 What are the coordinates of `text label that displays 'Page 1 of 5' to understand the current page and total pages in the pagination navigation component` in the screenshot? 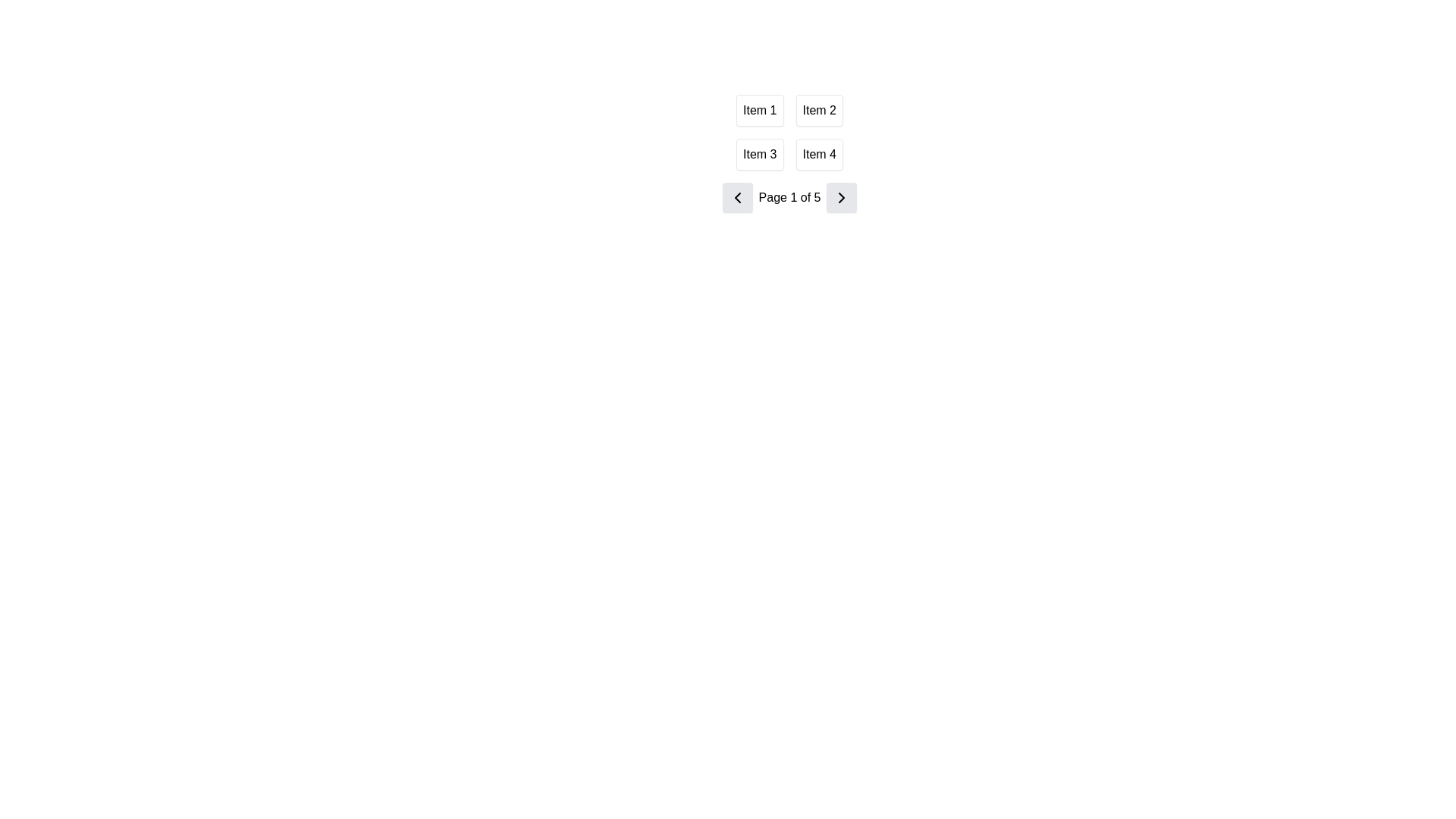 It's located at (789, 197).